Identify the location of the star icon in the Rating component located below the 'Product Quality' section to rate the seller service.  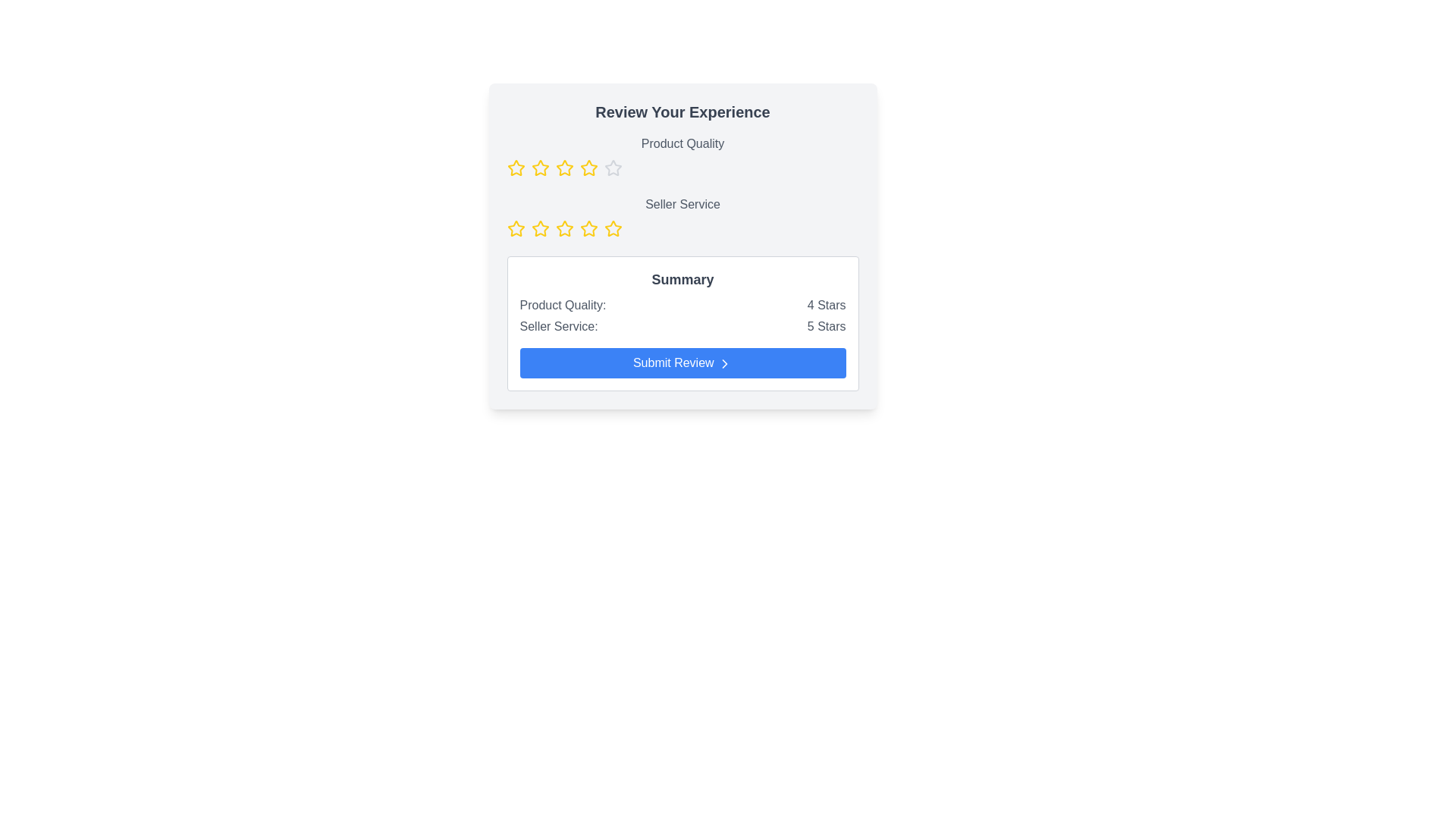
(682, 216).